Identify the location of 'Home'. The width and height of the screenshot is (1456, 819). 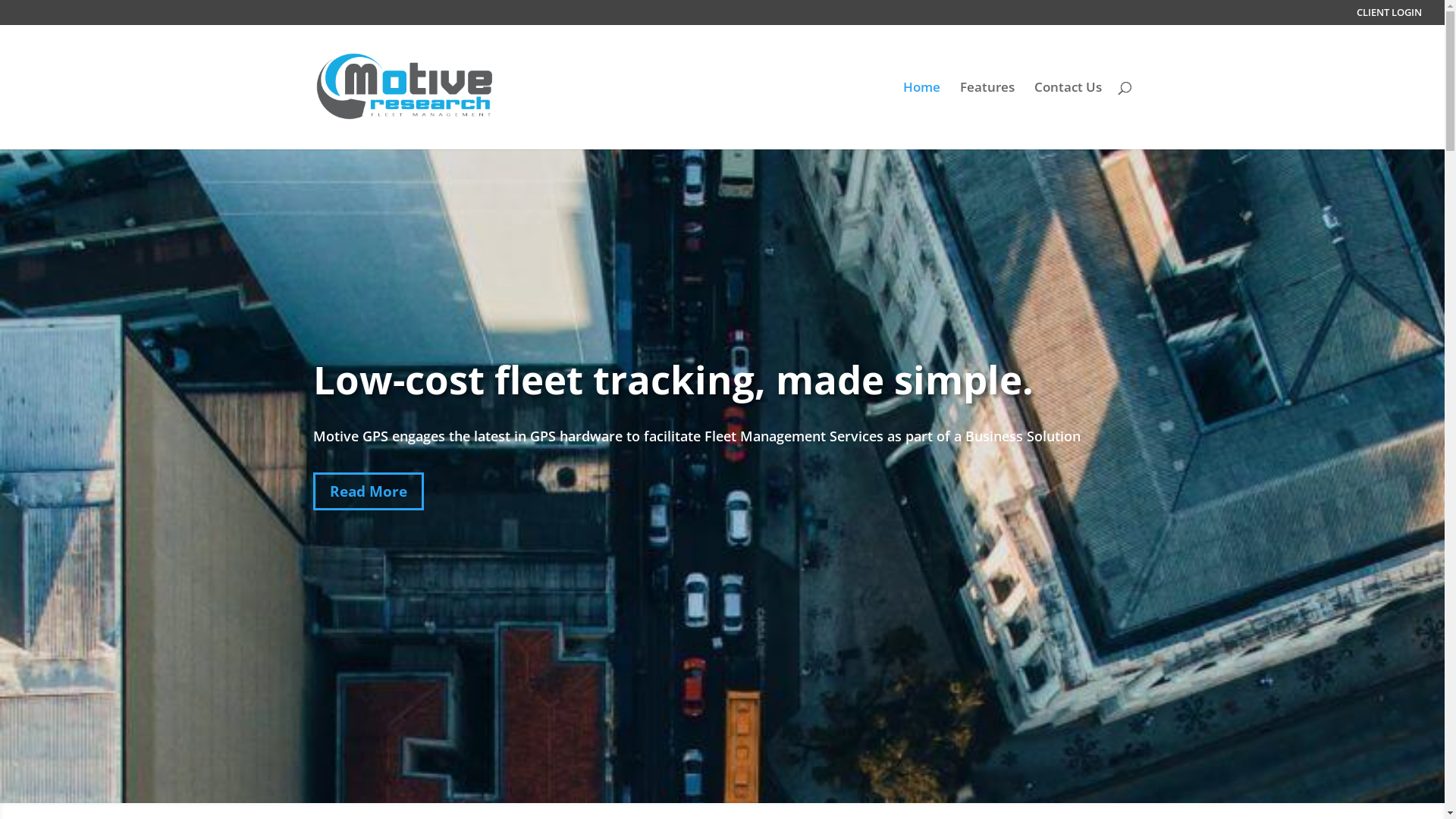
(920, 115).